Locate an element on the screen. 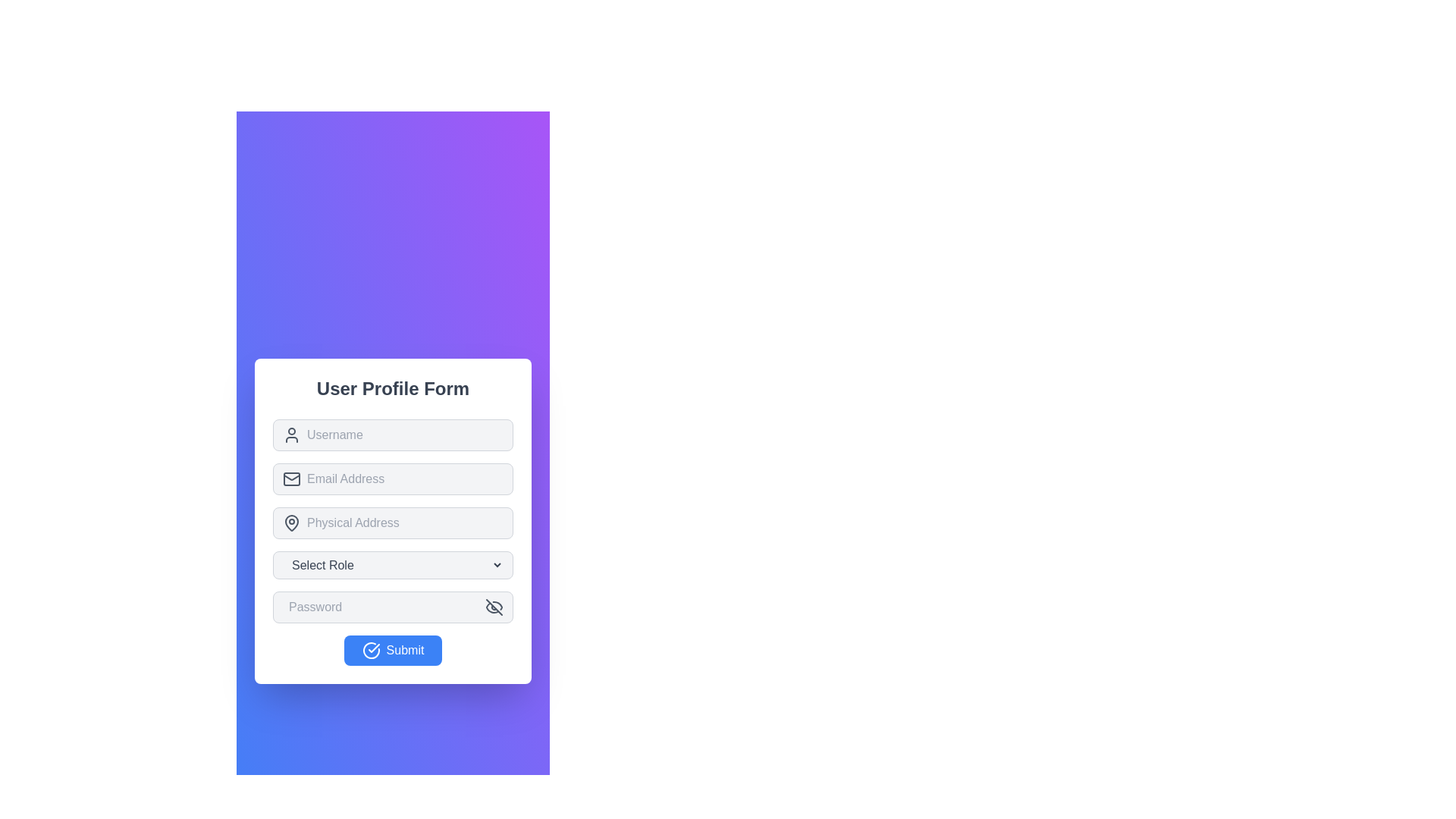 This screenshot has width=1456, height=819. the dropdown menu for selecting a user role, located is located at coordinates (393, 564).